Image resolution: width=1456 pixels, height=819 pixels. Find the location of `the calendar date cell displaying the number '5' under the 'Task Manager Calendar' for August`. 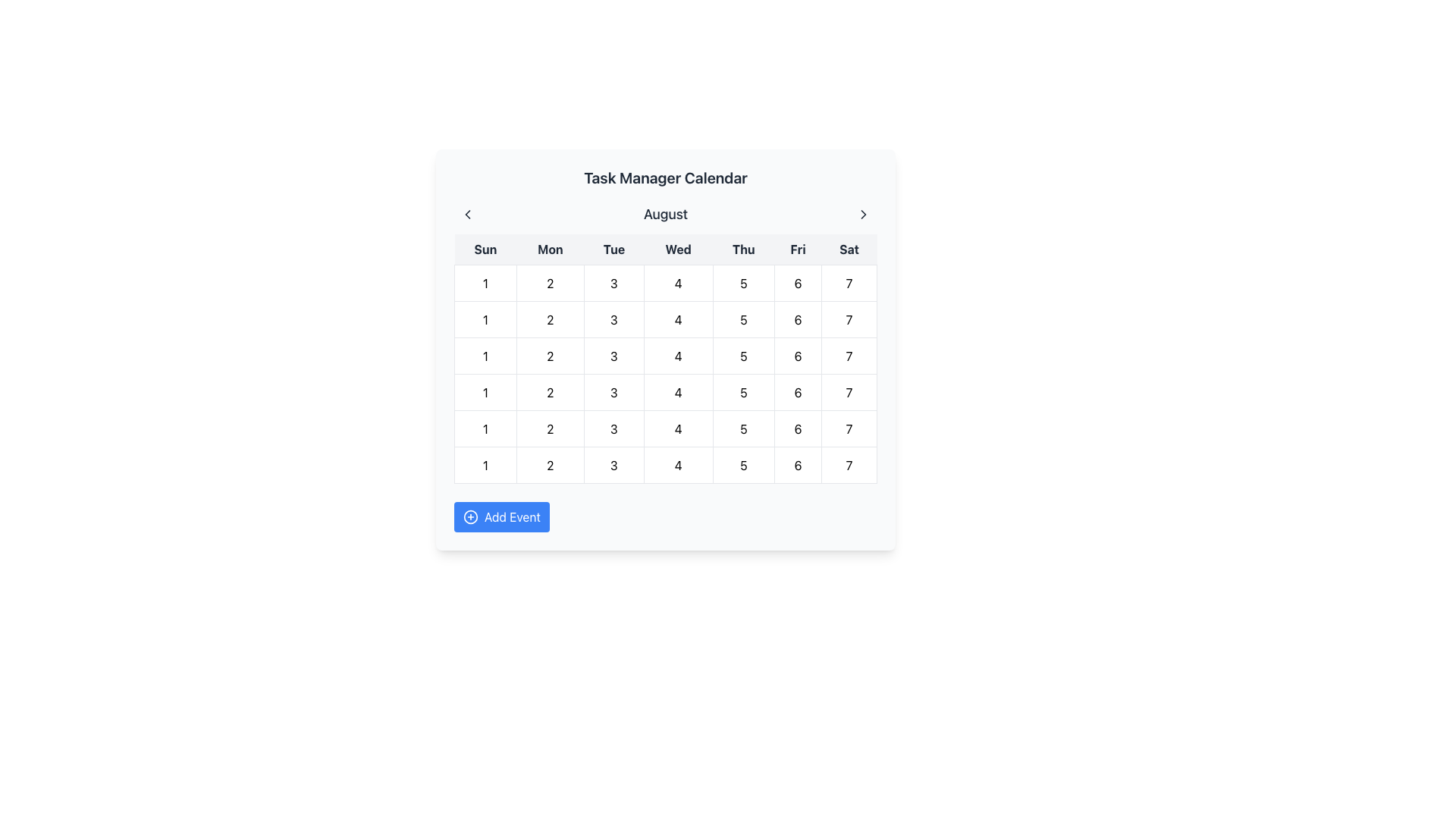

the calendar date cell displaying the number '5' under the 'Task Manager Calendar' for August is located at coordinates (743, 356).